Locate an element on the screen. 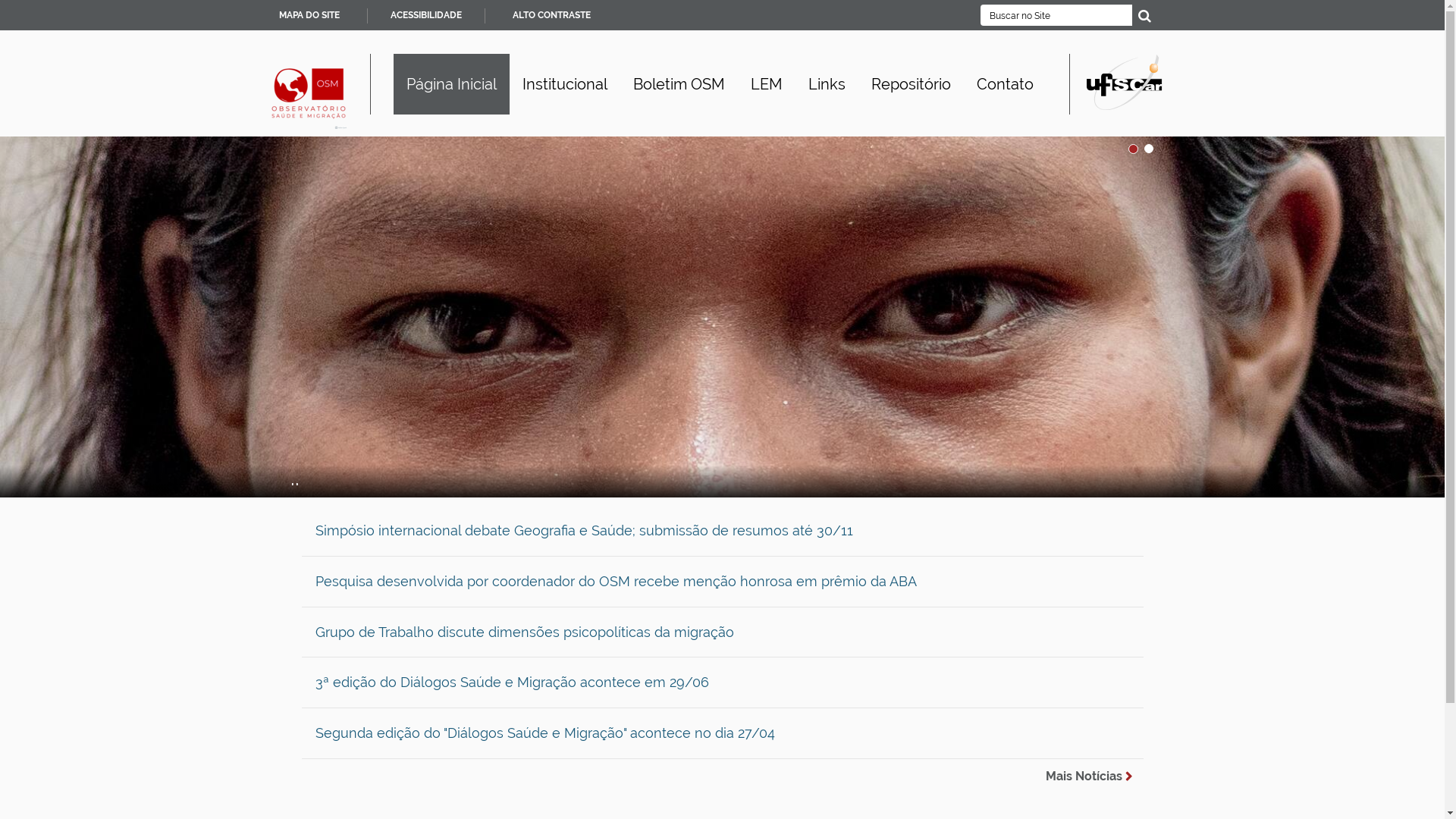 This screenshot has width=1456, height=819. 'Buscar no Site' is located at coordinates (1055, 14).